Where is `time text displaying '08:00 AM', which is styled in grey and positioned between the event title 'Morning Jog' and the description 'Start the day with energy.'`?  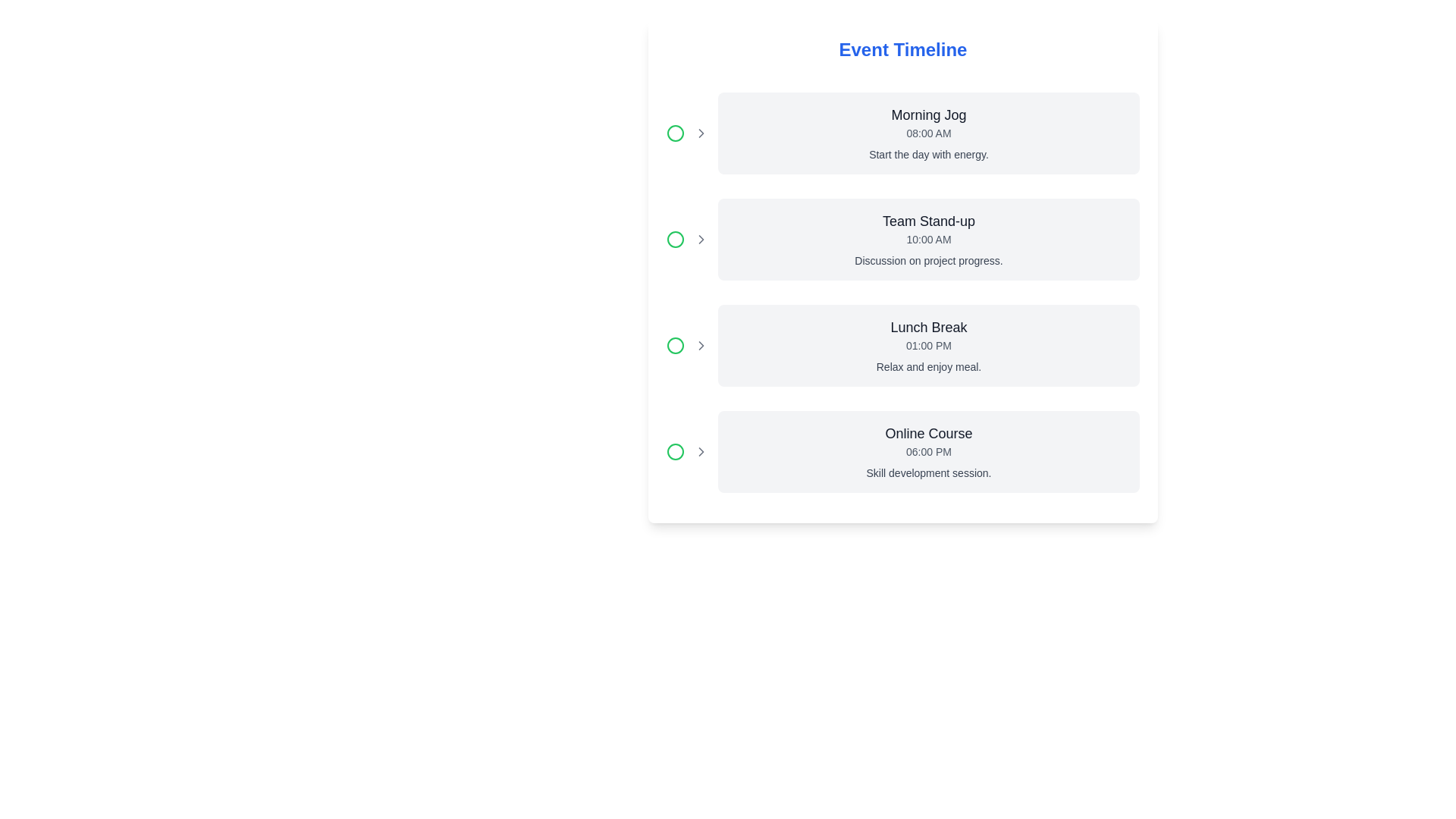 time text displaying '08:00 AM', which is styled in grey and positioned between the event title 'Morning Jog' and the description 'Start the day with energy.' is located at coordinates (927, 133).